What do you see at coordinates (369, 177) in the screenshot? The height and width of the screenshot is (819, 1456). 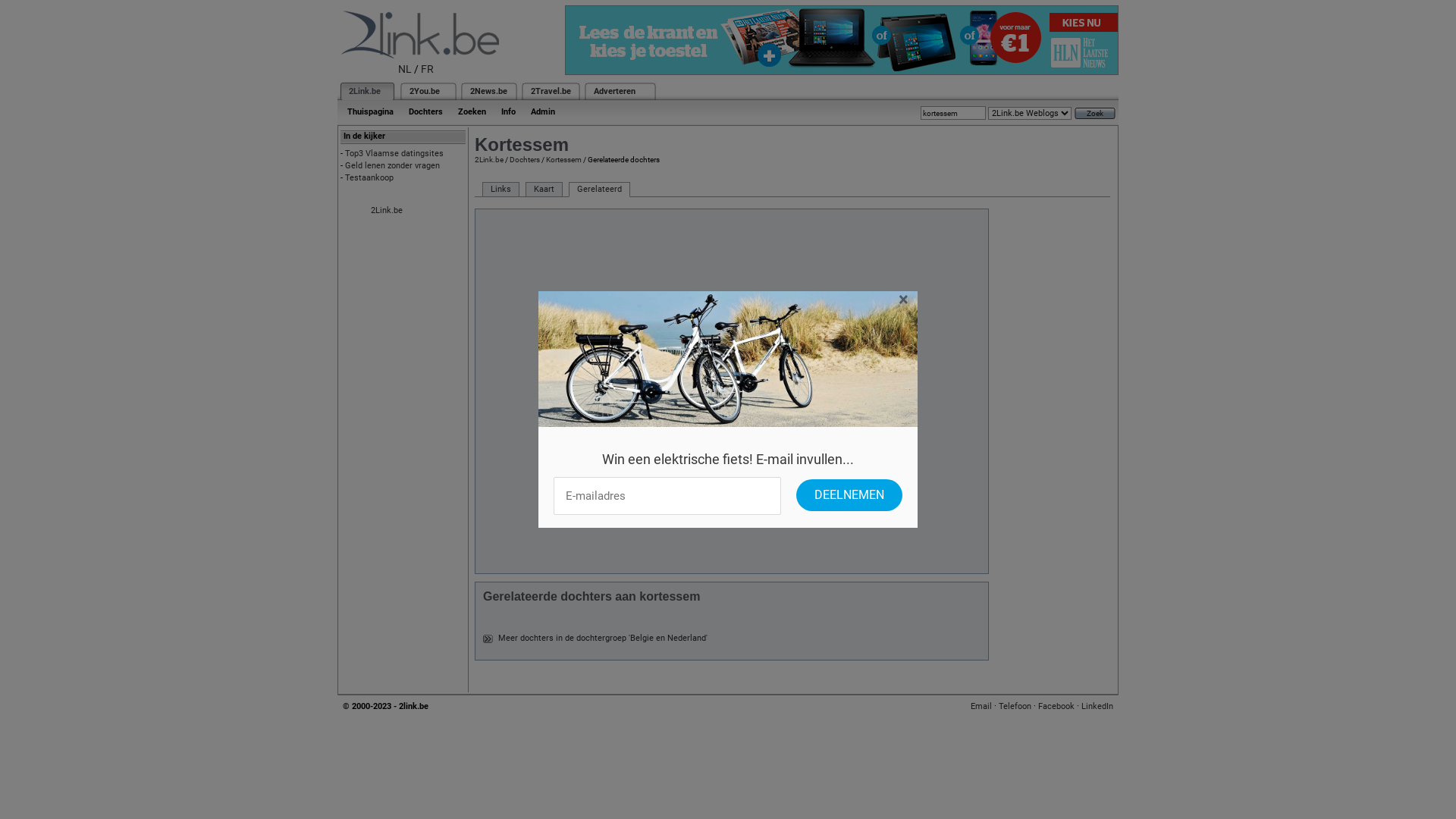 I see `'Testaankoop'` at bounding box center [369, 177].